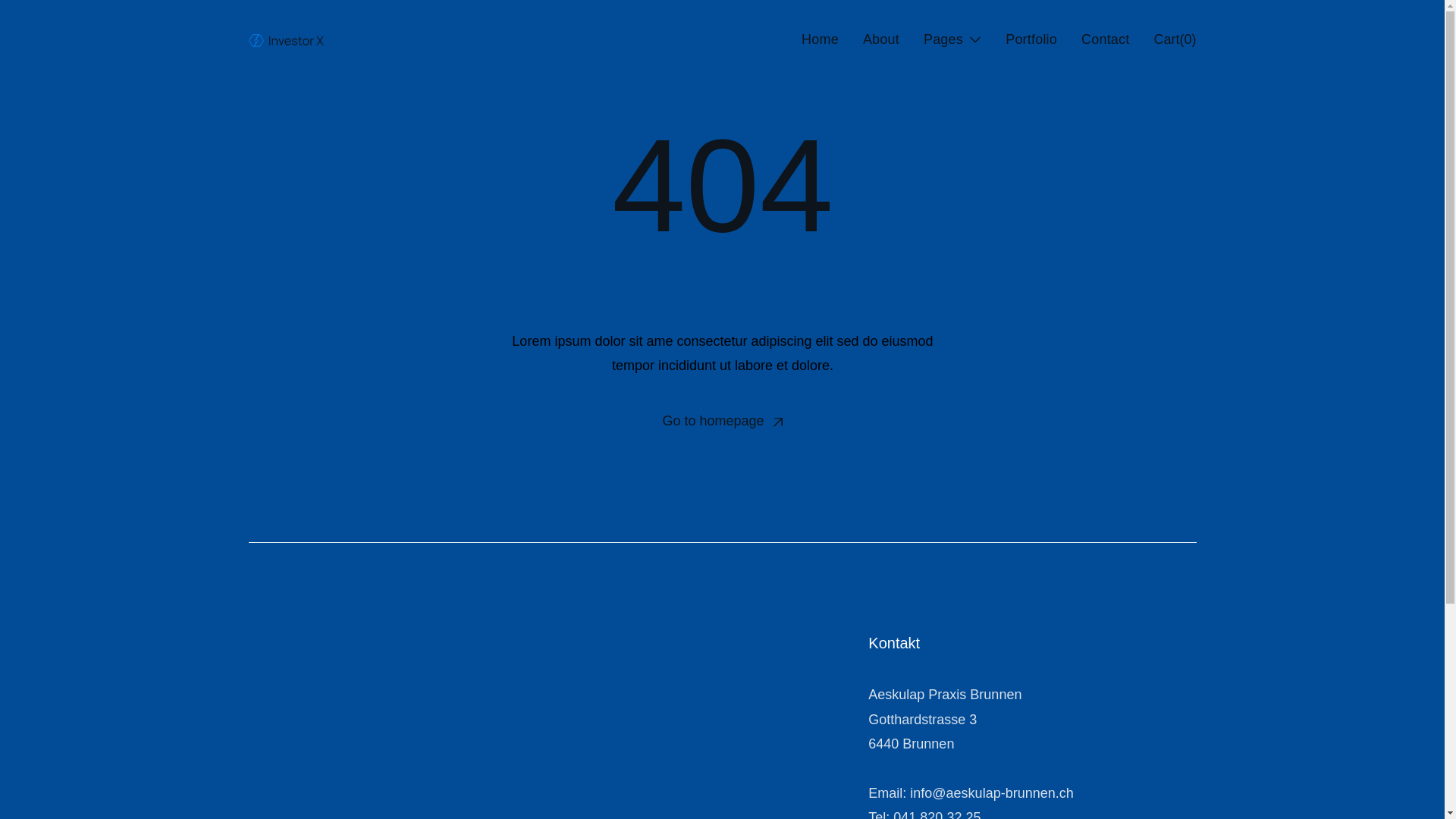 This screenshot has width=1456, height=819. What do you see at coordinates (1031, 38) in the screenshot?
I see `'Portfolio'` at bounding box center [1031, 38].